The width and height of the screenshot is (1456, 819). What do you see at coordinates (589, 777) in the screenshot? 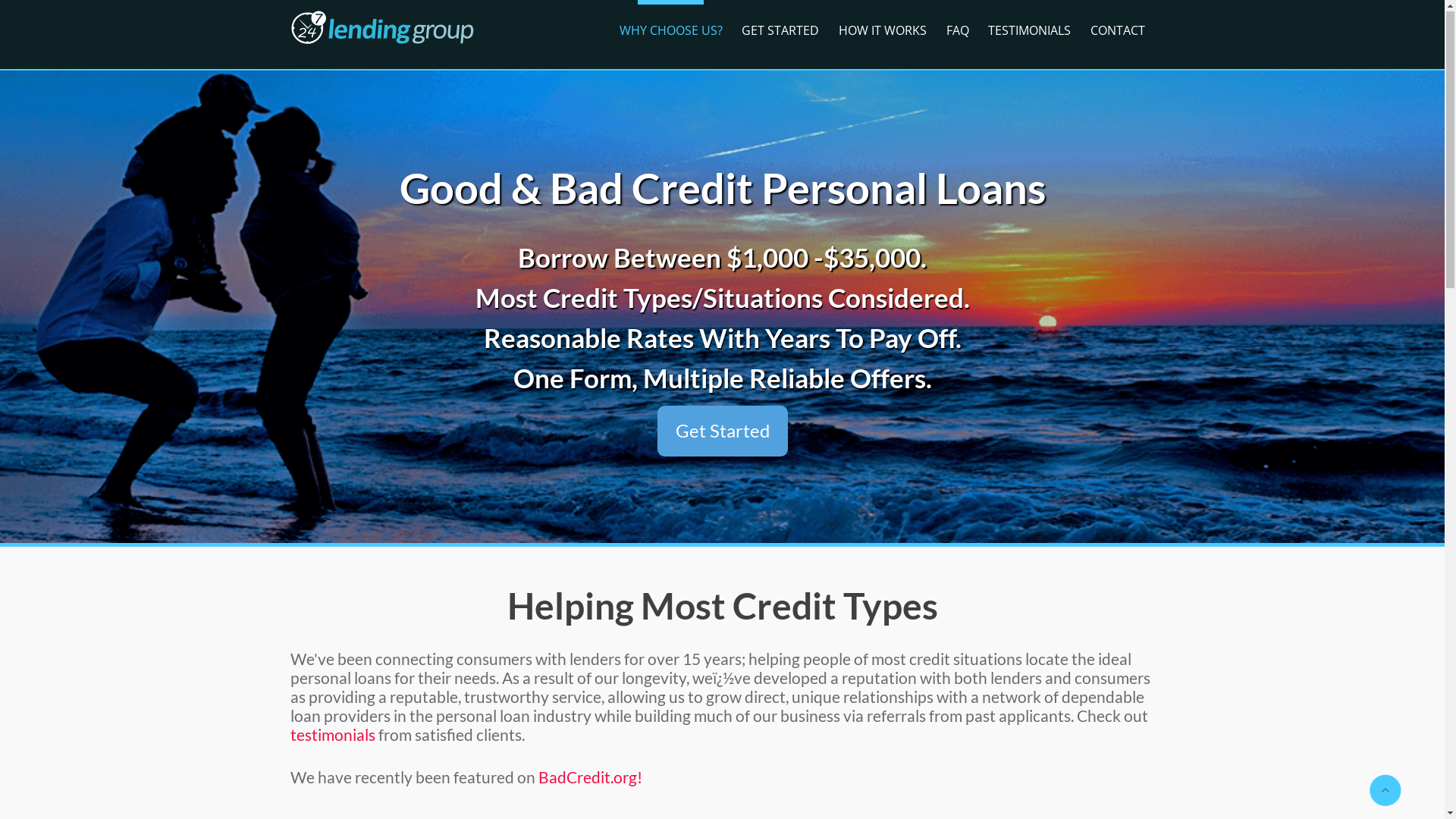
I see `'BadCredit.org!'` at bounding box center [589, 777].